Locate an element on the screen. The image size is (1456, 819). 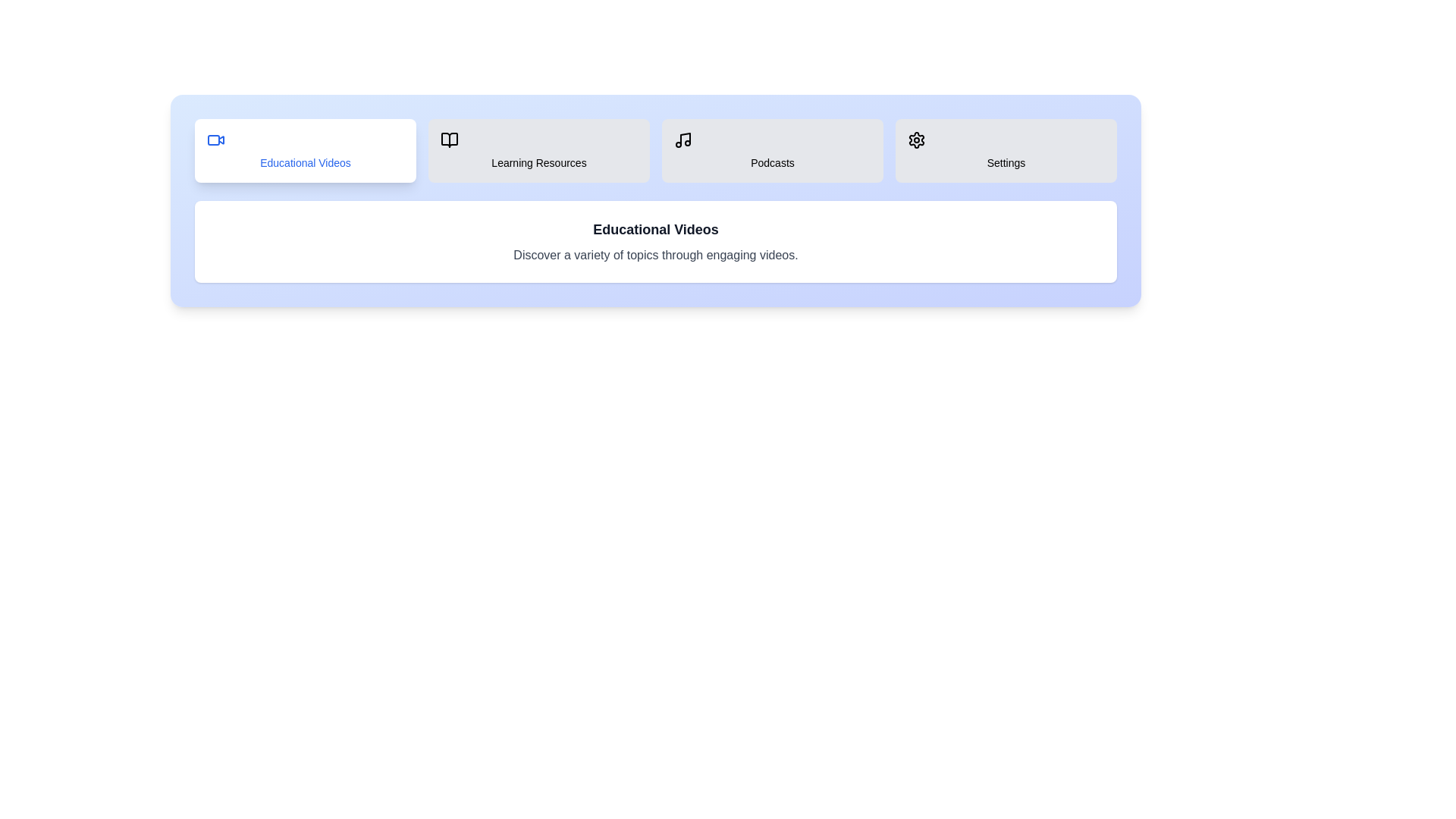
the 'Learning Resources' tab to see its visual feedback is located at coordinates (538, 151).